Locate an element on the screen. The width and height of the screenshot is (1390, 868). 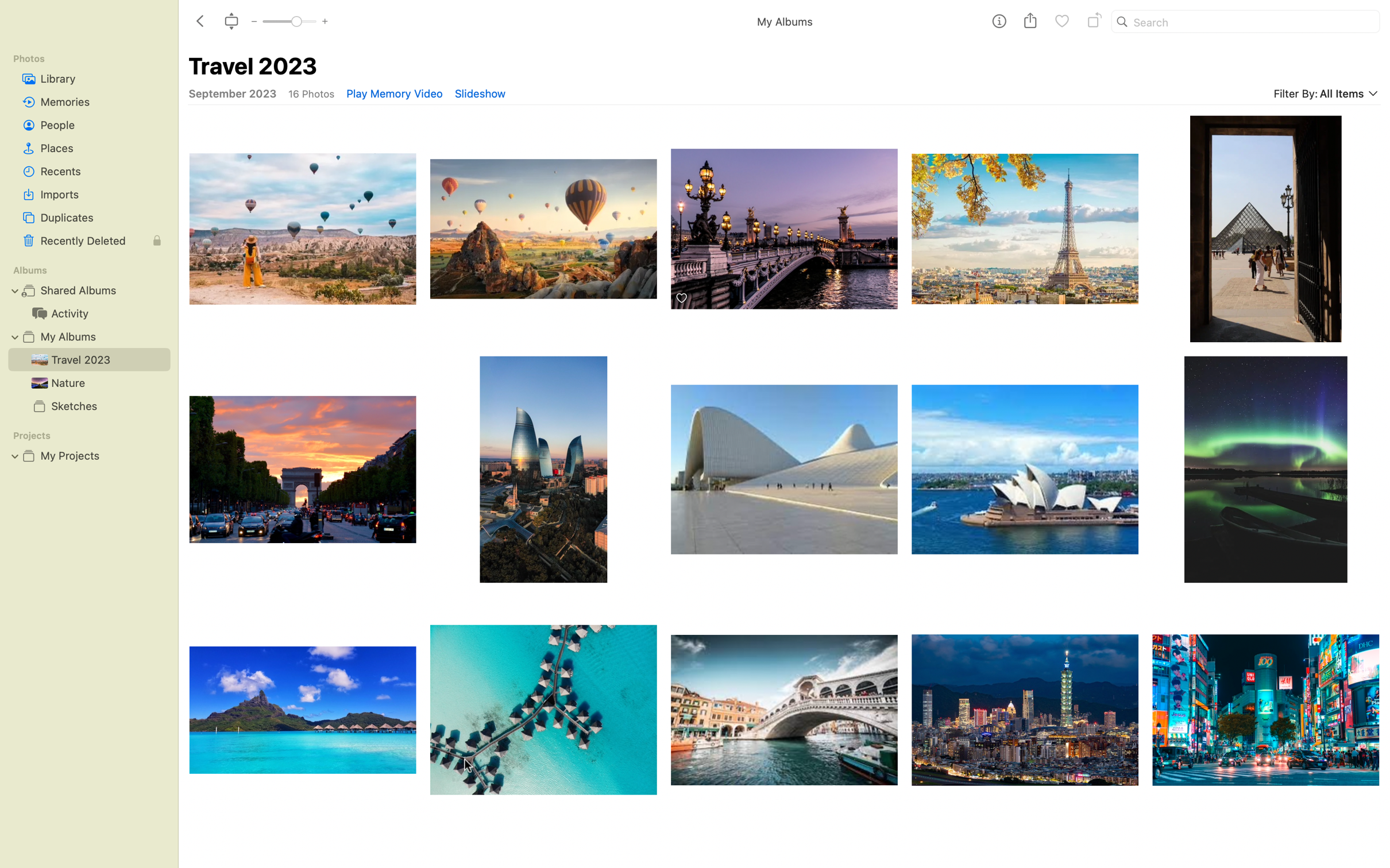
Spin the image of Arc de Triomphe once is located at coordinates (300, 470).